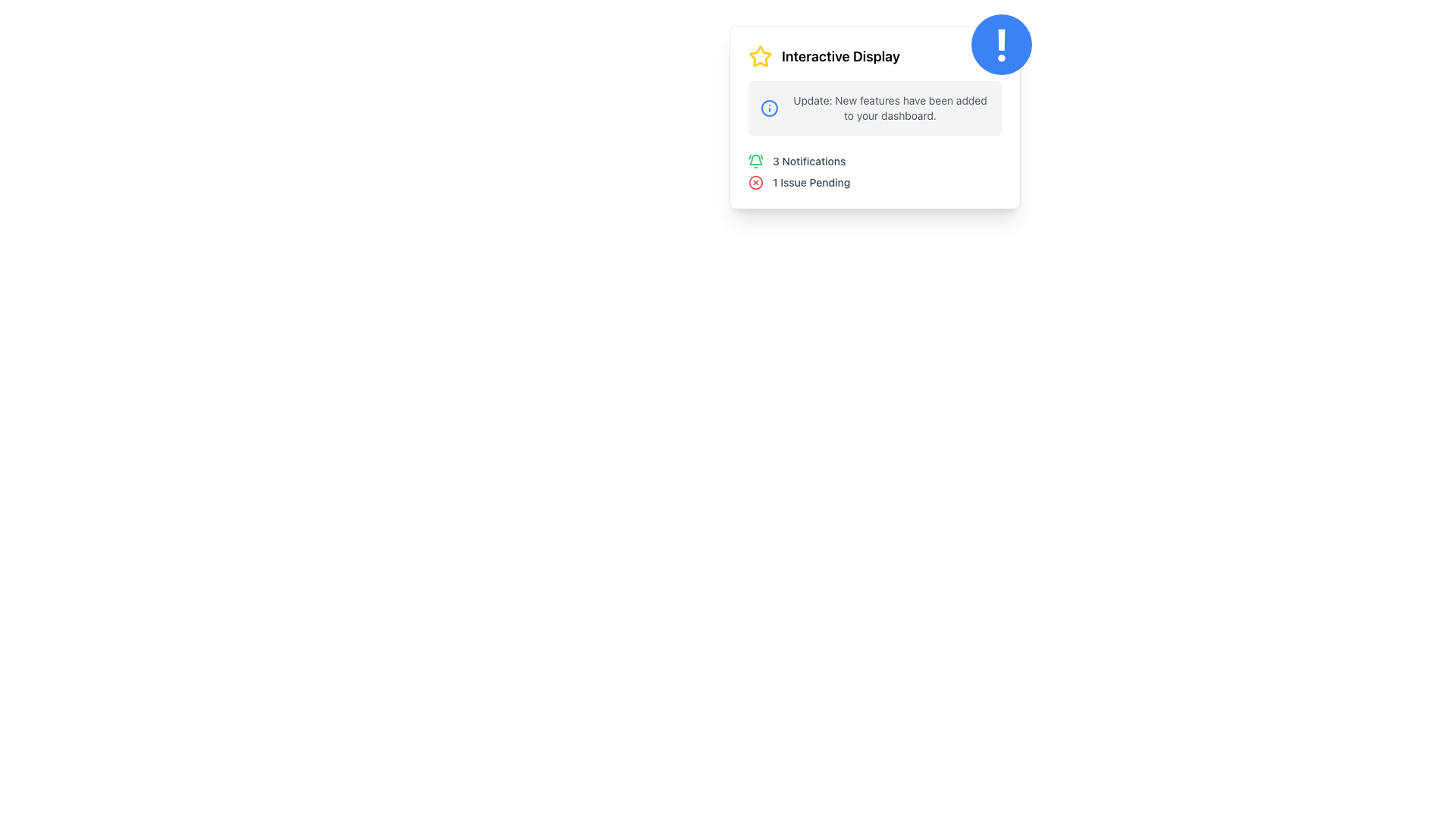 Image resolution: width=1456 pixels, height=819 pixels. I want to click on the text label displaying 'Interactive Display', which is bold and positioned next to a star icon at the top of a card-like interface, so click(839, 55).